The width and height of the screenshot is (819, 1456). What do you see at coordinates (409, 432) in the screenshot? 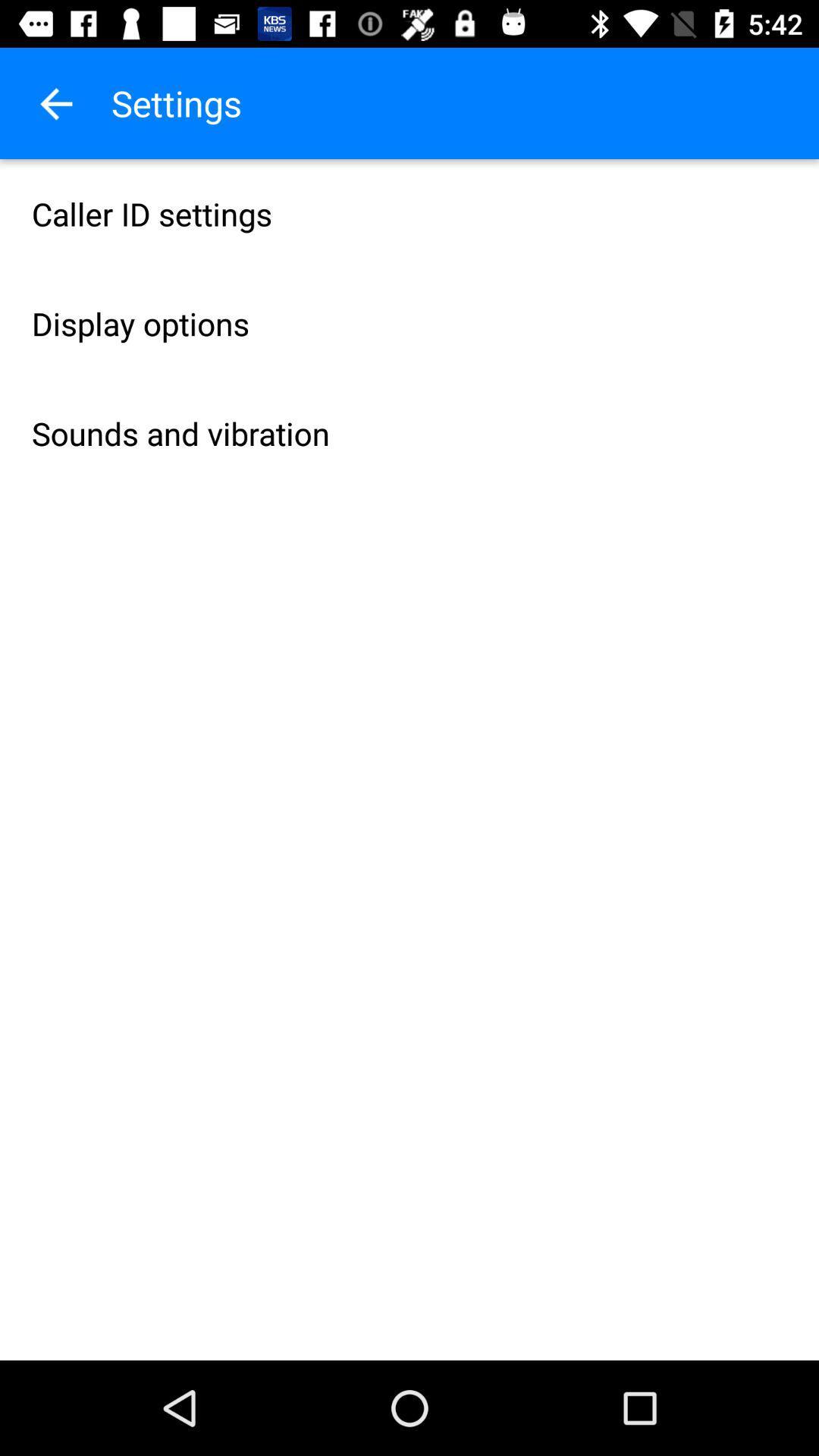
I see `sounds and vibration icon` at bounding box center [409, 432].